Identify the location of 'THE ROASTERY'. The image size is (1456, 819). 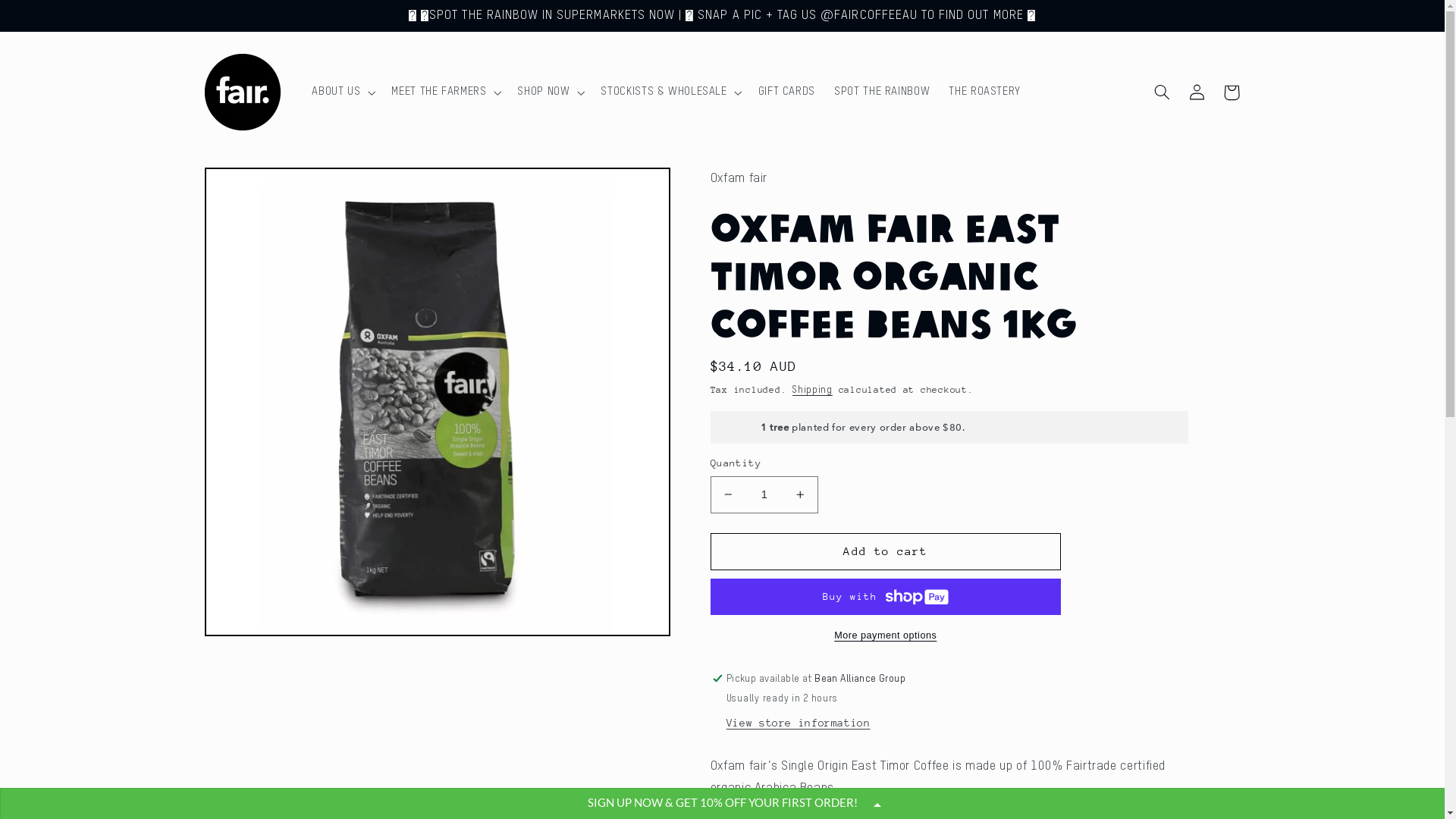
(985, 93).